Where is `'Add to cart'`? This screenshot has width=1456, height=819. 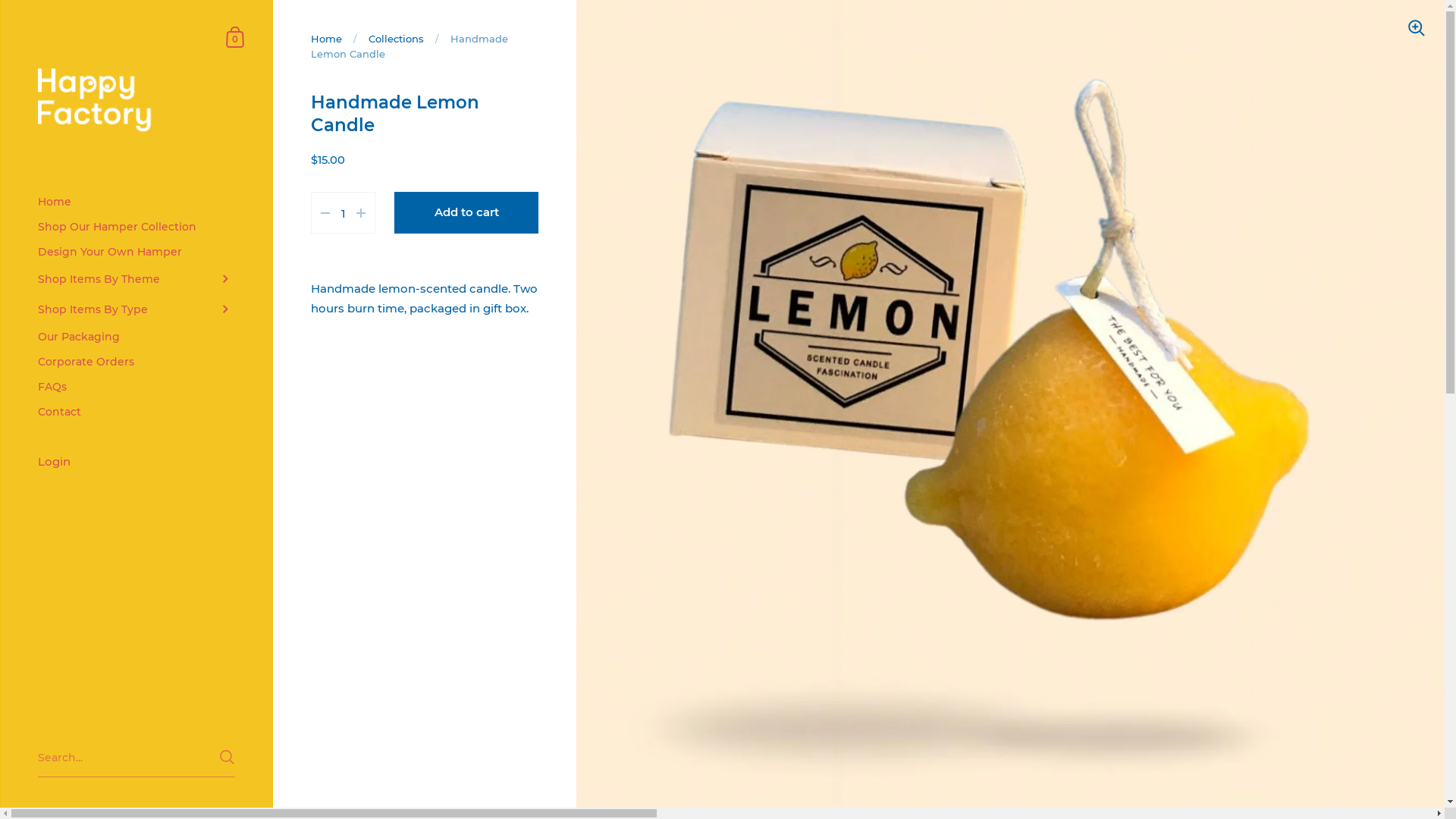
'Add to cart' is located at coordinates (465, 212).